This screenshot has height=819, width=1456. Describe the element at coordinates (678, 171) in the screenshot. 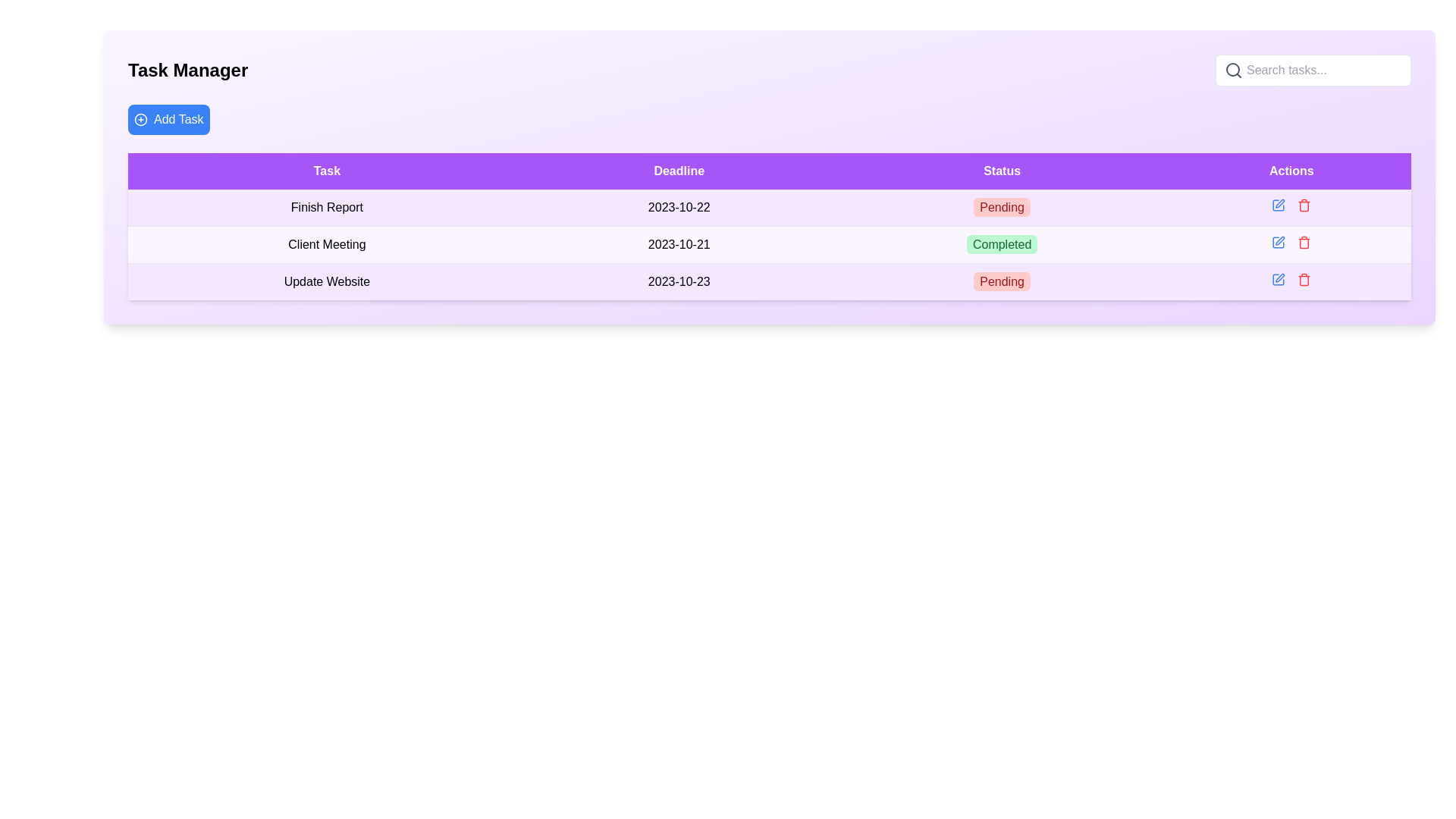

I see `label of the Table header cell that organizes deadlines, located as the second cell from the left in the header row, between 'Task' and 'Status'` at that location.